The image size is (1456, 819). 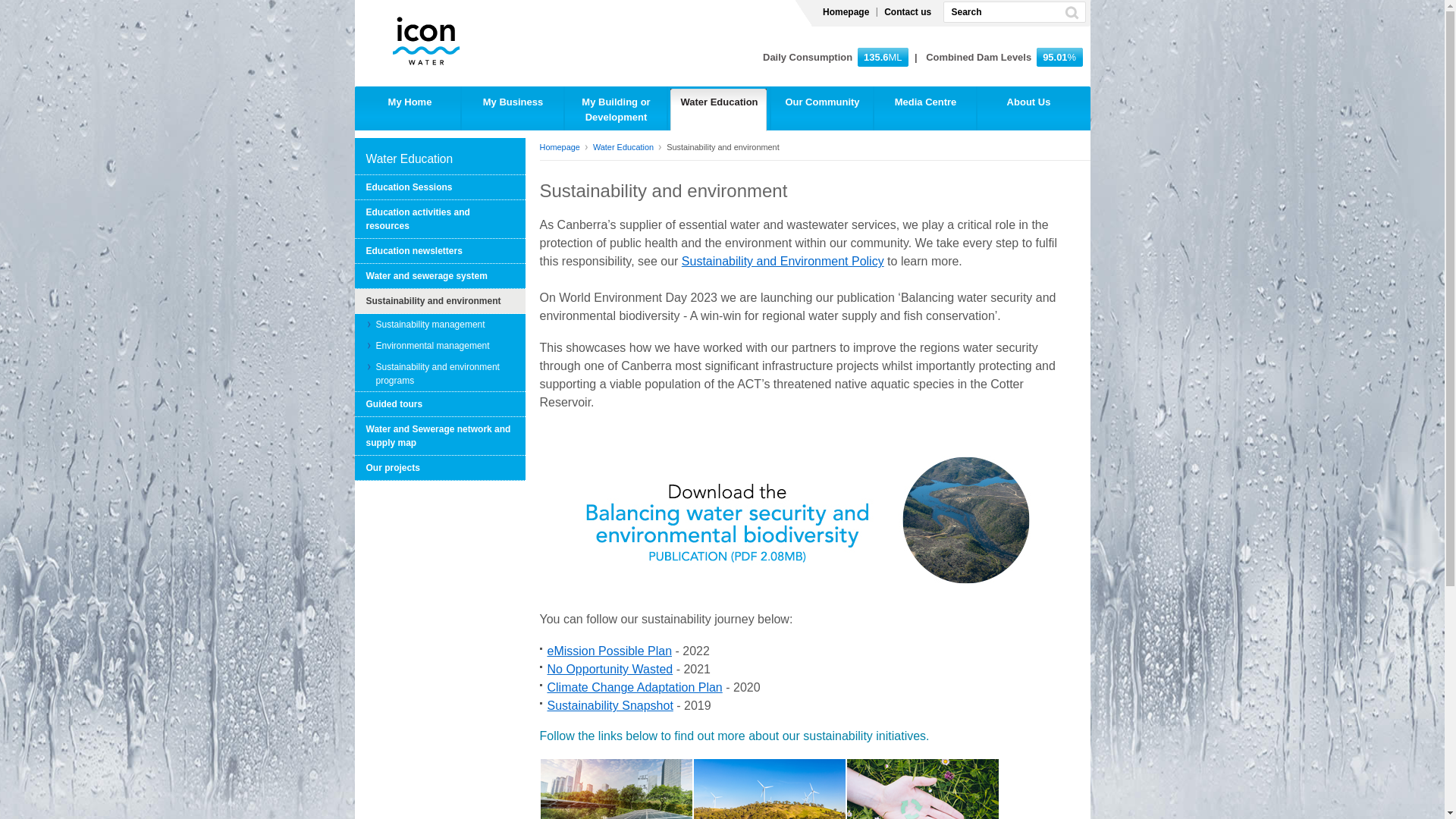 What do you see at coordinates (353, 301) in the screenshot?
I see `'Sustainability and environment'` at bounding box center [353, 301].